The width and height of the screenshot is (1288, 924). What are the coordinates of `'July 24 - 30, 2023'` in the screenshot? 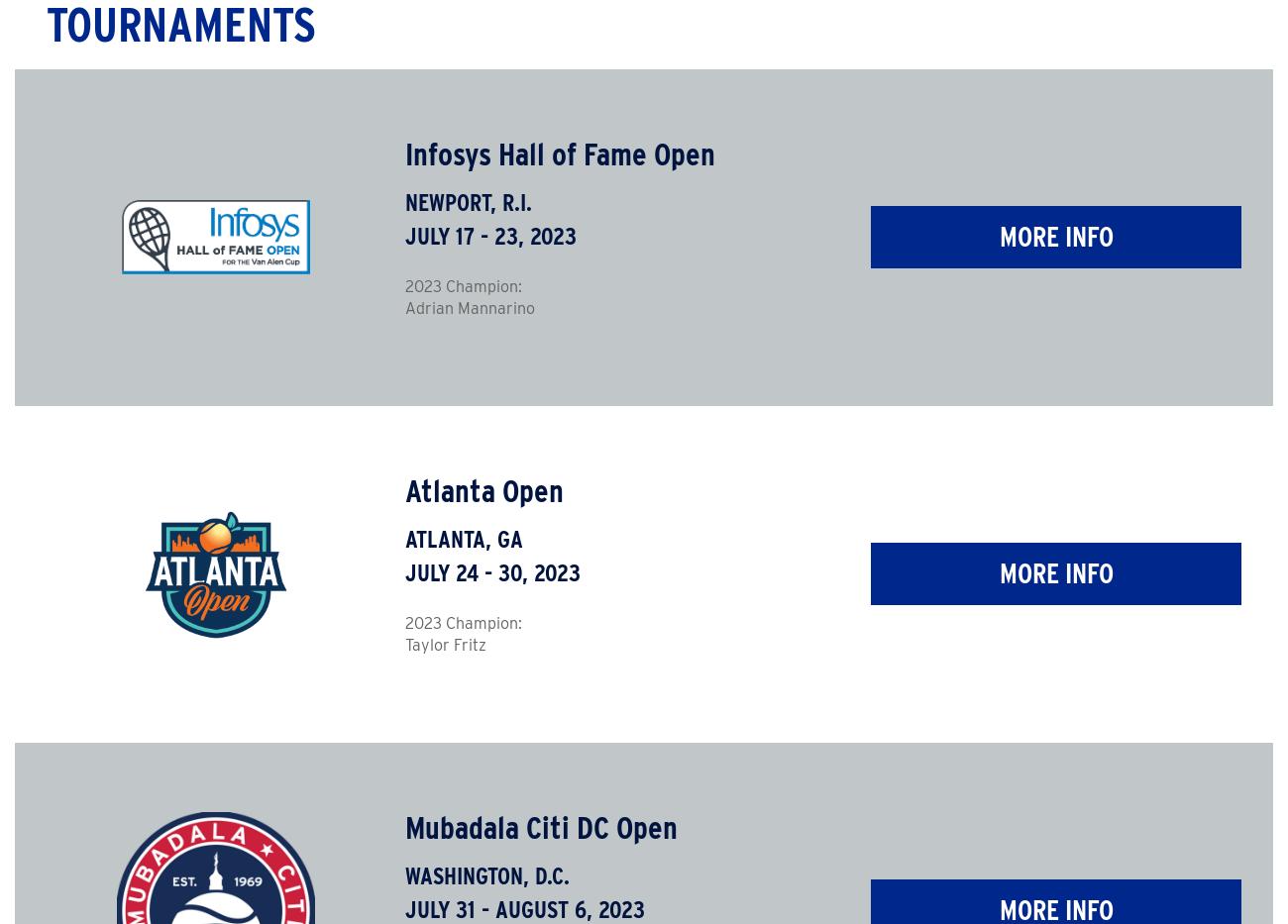 It's located at (491, 571).